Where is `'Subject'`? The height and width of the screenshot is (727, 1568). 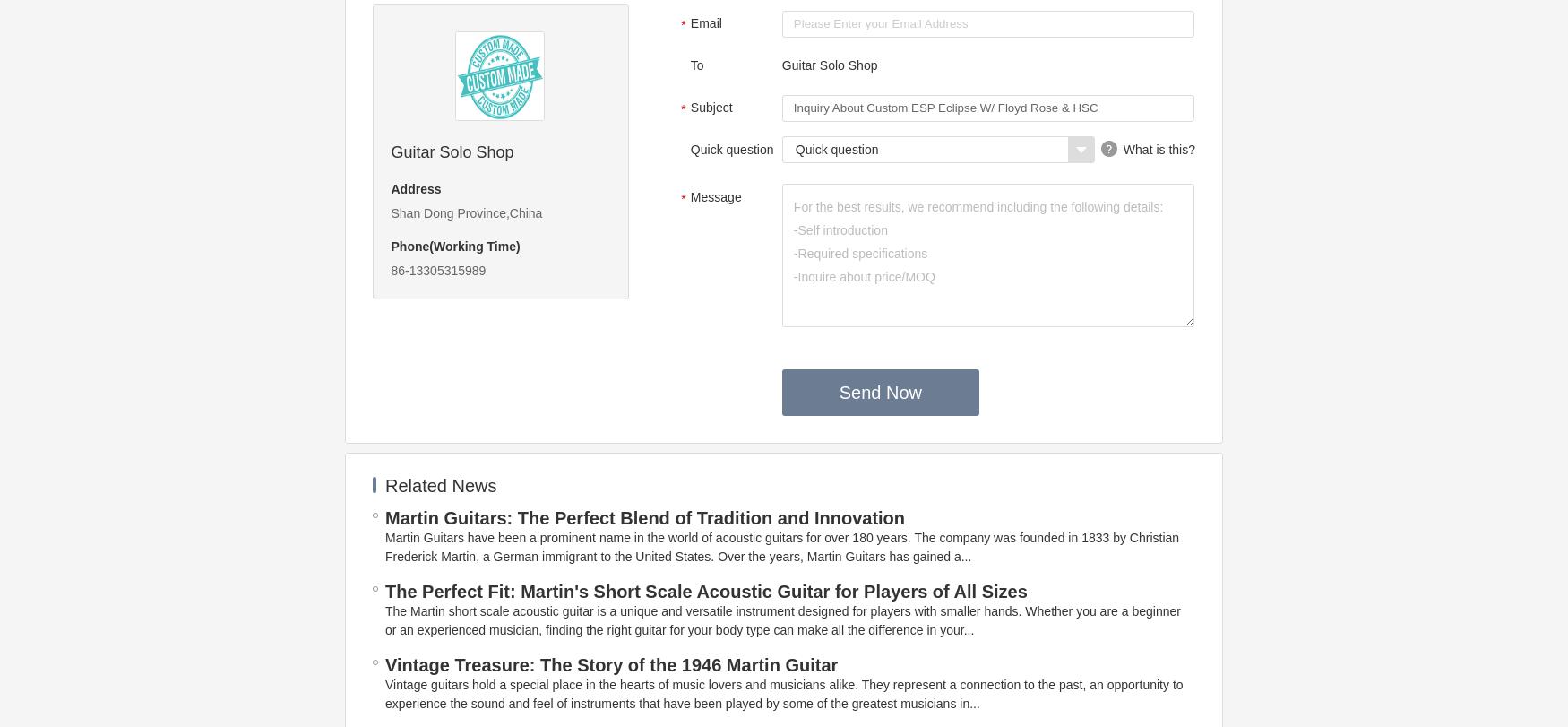
'Subject' is located at coordinates (710, 108).